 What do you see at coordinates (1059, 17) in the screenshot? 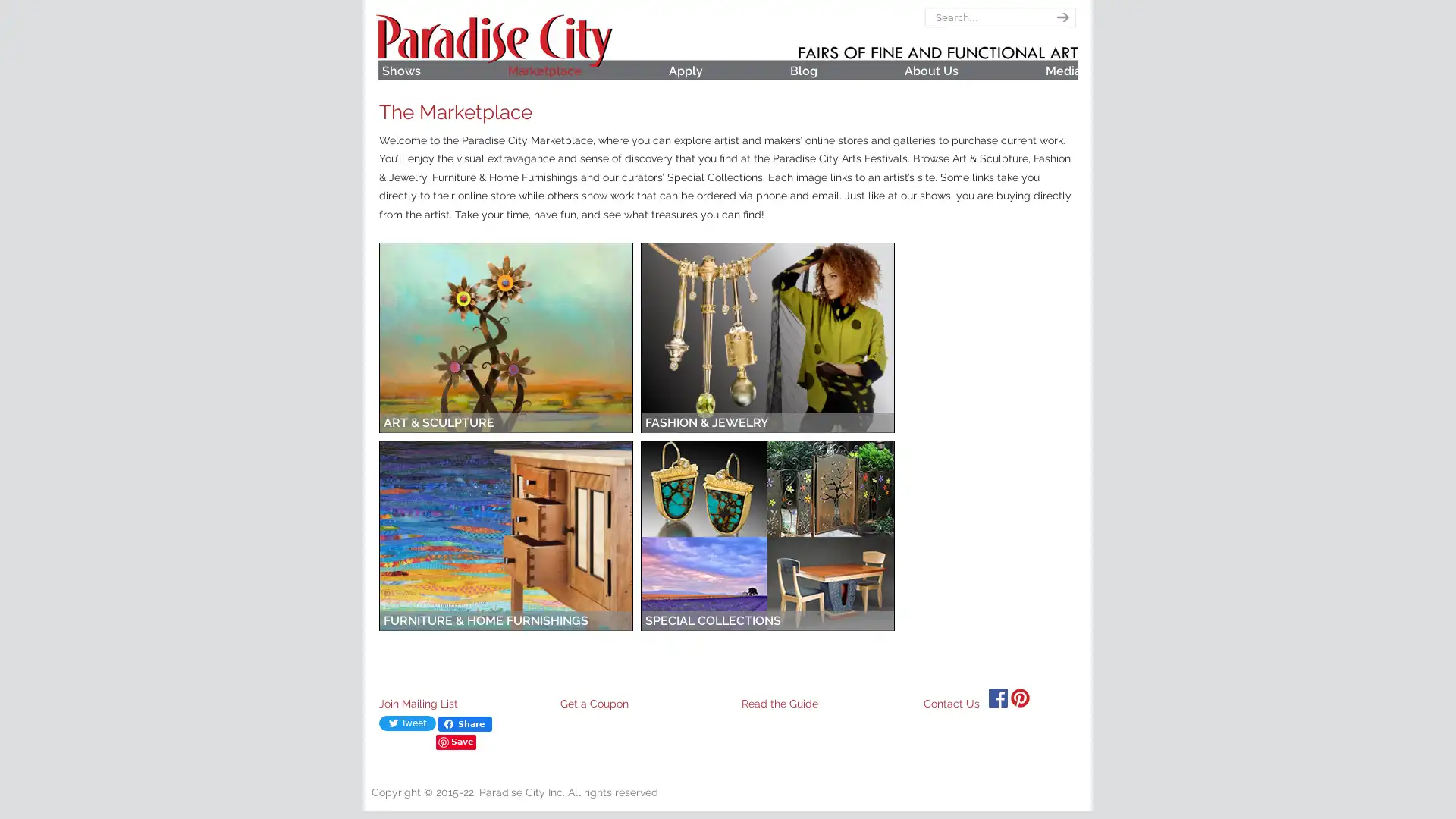
I see `search` at bounding box center [1059, 17].